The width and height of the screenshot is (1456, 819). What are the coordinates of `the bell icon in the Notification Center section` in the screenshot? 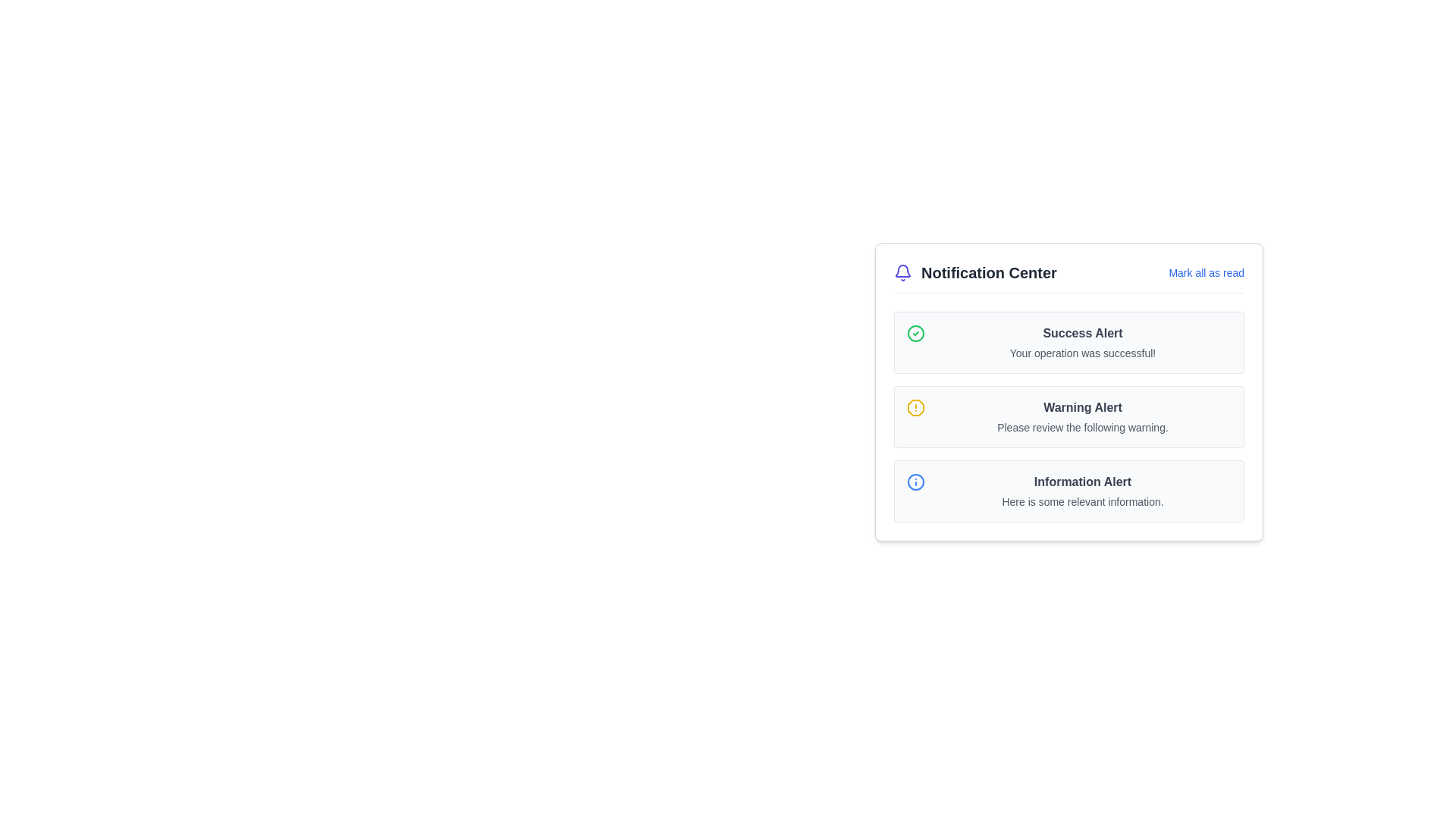 It's located at (902, 271).